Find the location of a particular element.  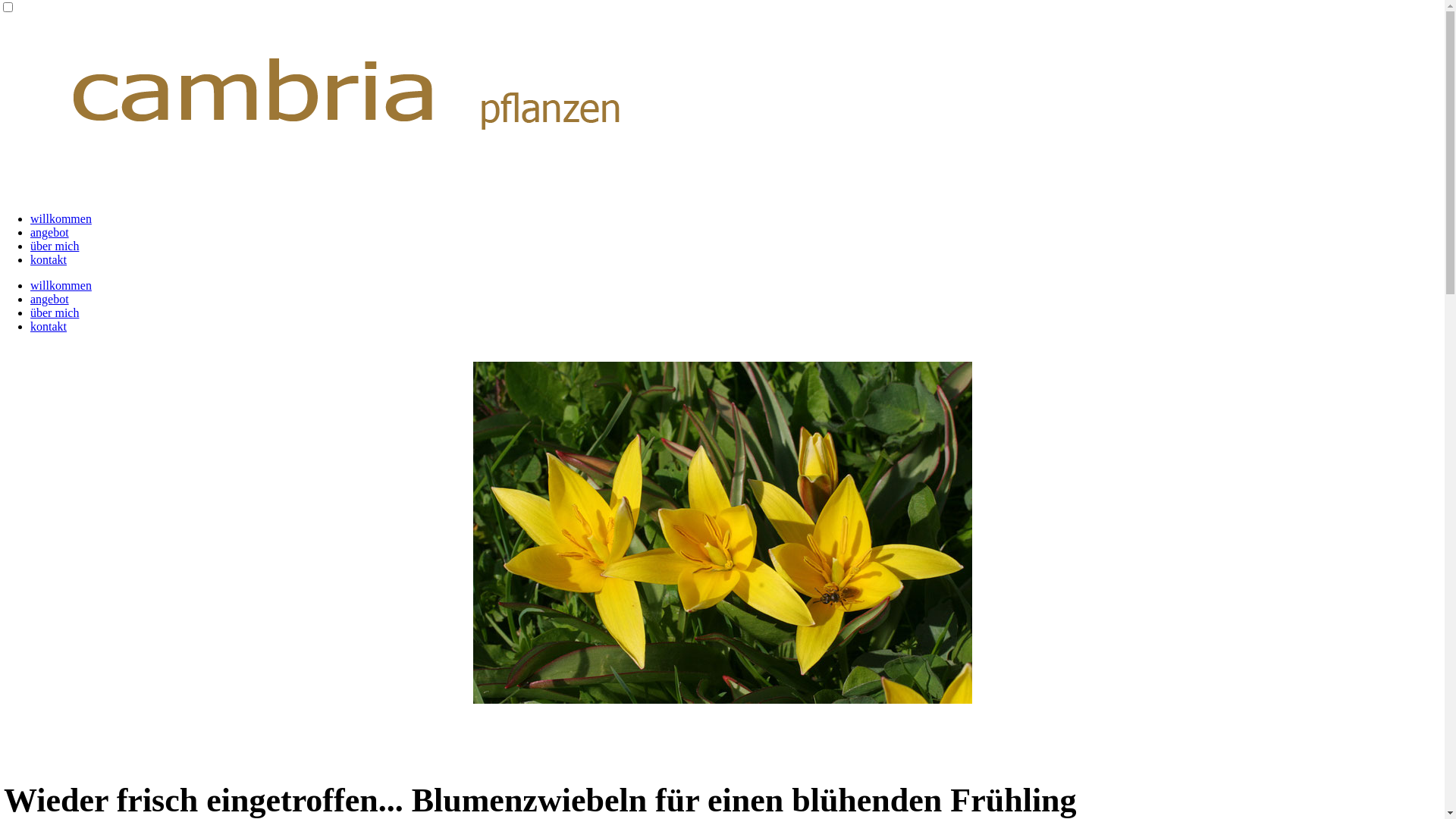

'kontakt' is located at coordinates (48, 259).